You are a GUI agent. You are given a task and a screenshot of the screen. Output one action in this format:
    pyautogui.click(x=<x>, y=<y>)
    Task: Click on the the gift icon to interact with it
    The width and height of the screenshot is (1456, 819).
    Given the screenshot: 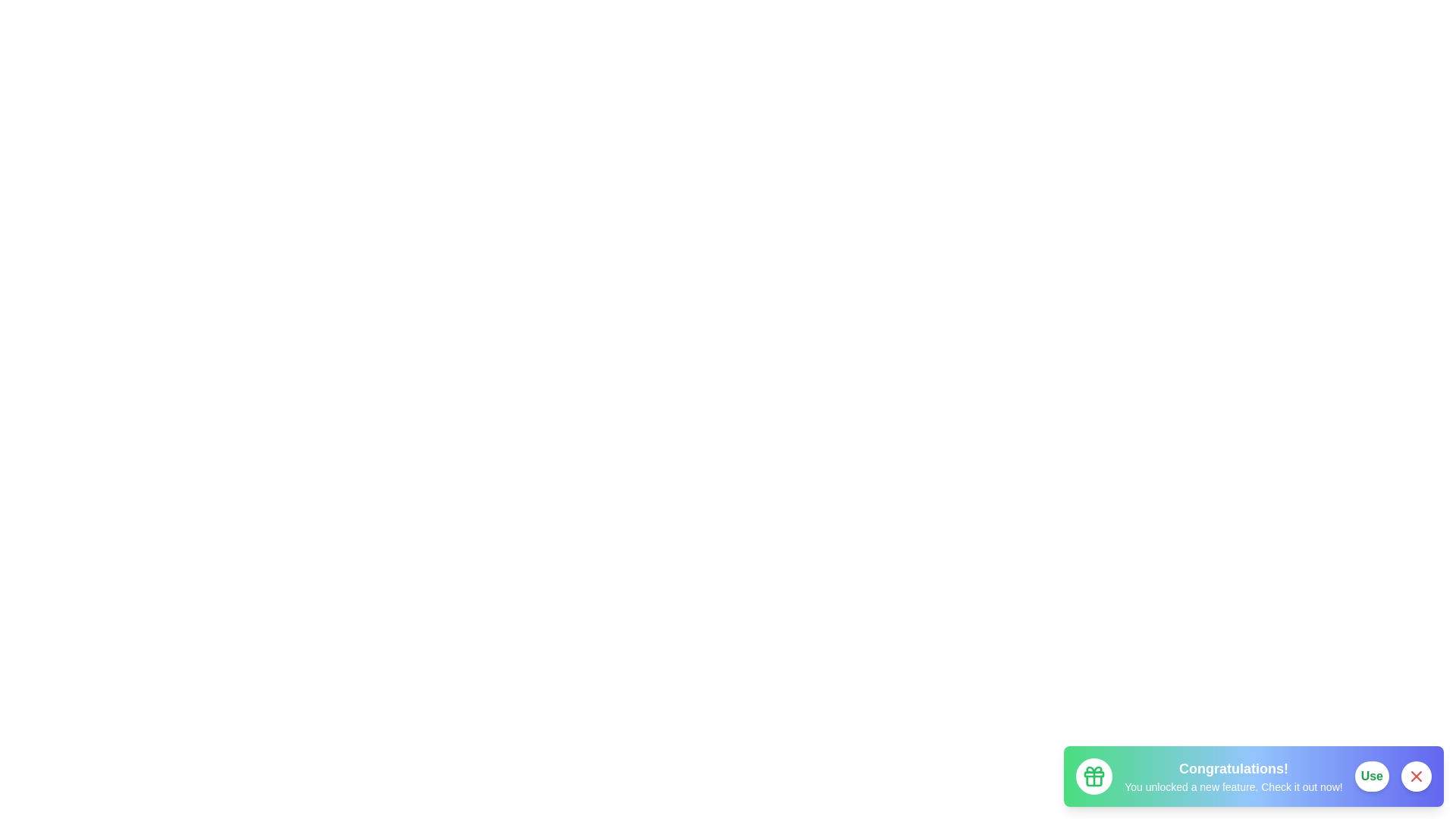 What is the action you would take?
    pyautogui.click(x=1094, y=776)
    